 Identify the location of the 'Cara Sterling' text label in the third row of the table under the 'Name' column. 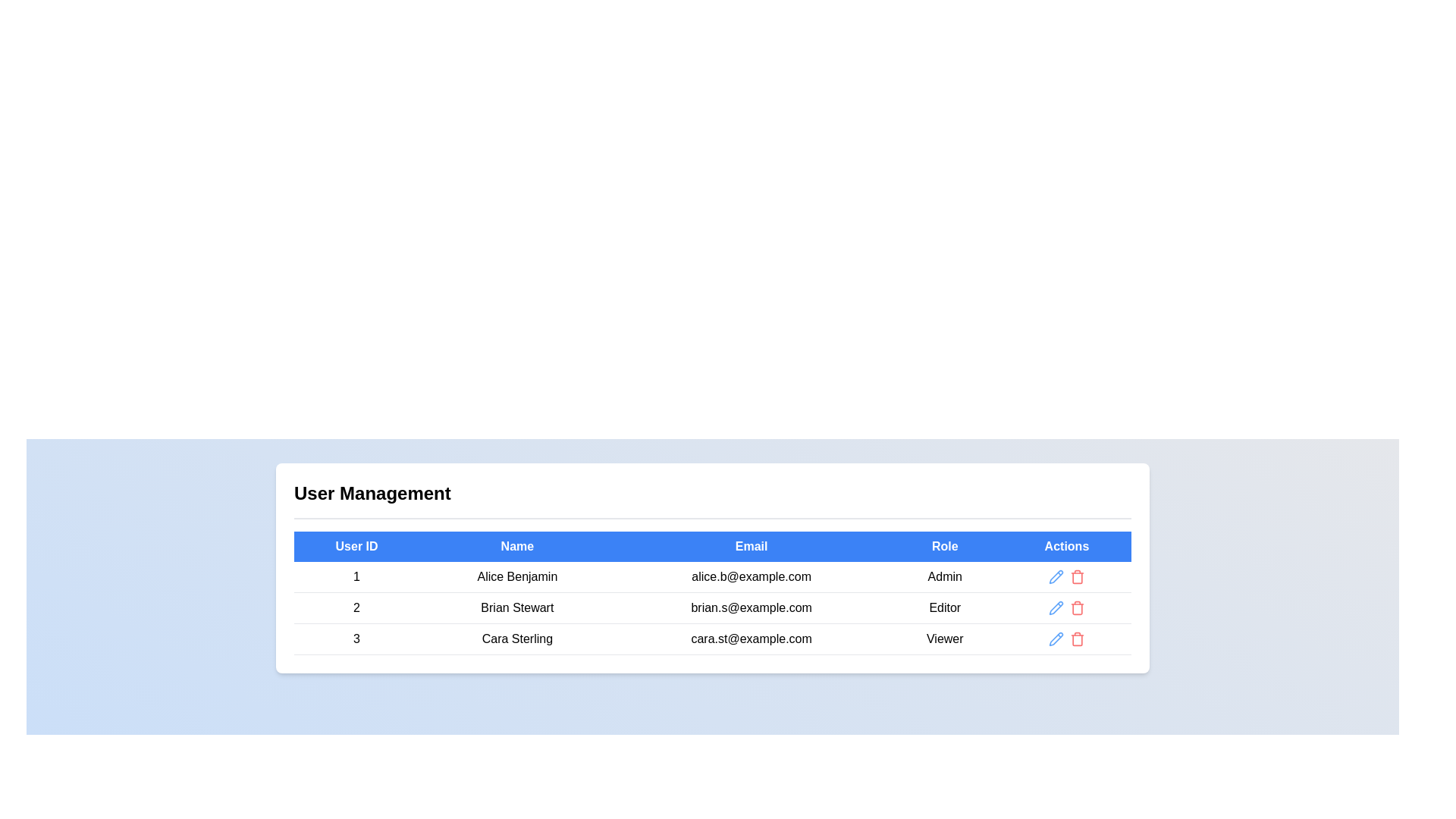
(517, 639).